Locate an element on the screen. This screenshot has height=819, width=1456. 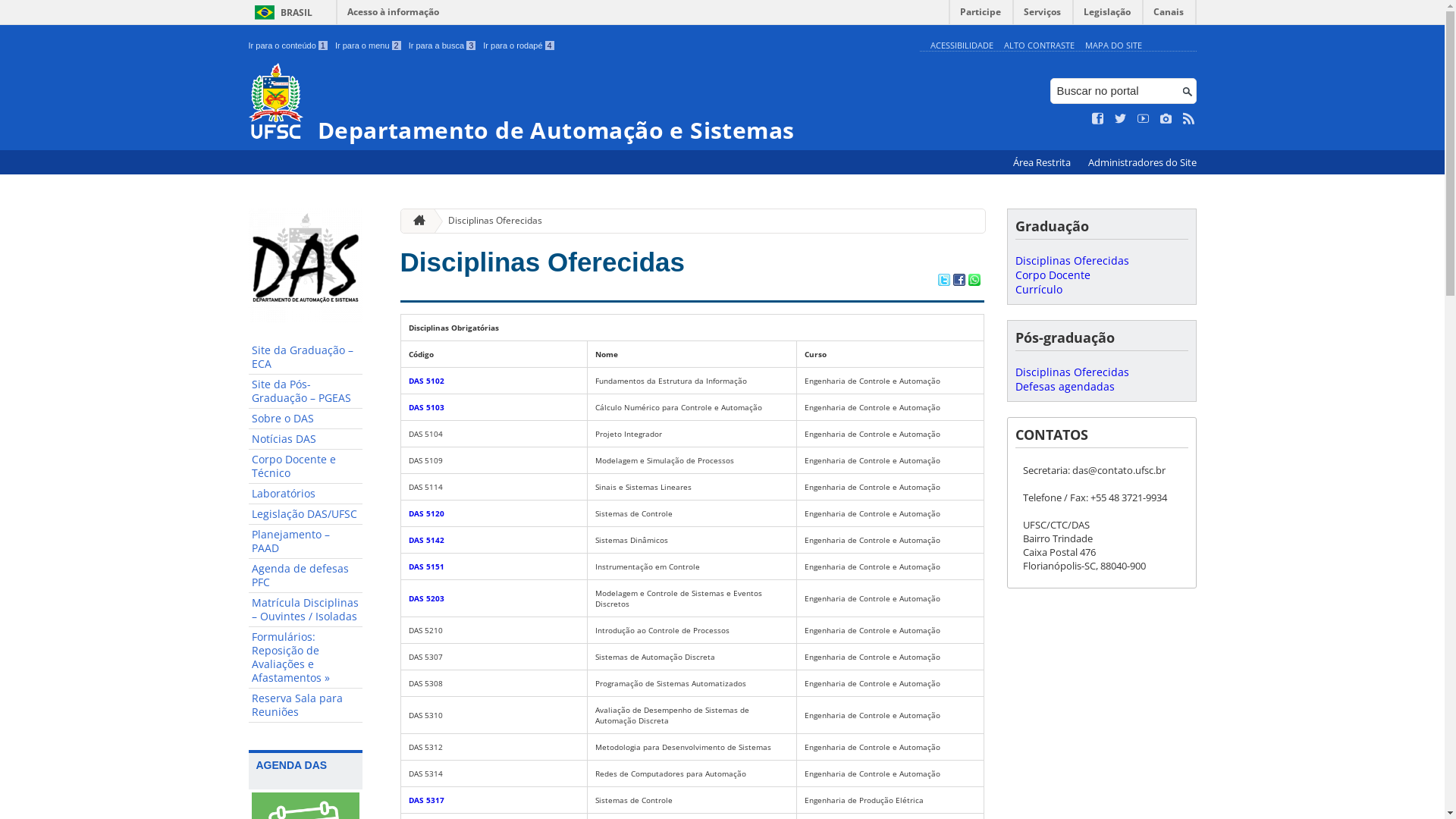
'Sobre o DAS' is located at coordinates (305, 419).